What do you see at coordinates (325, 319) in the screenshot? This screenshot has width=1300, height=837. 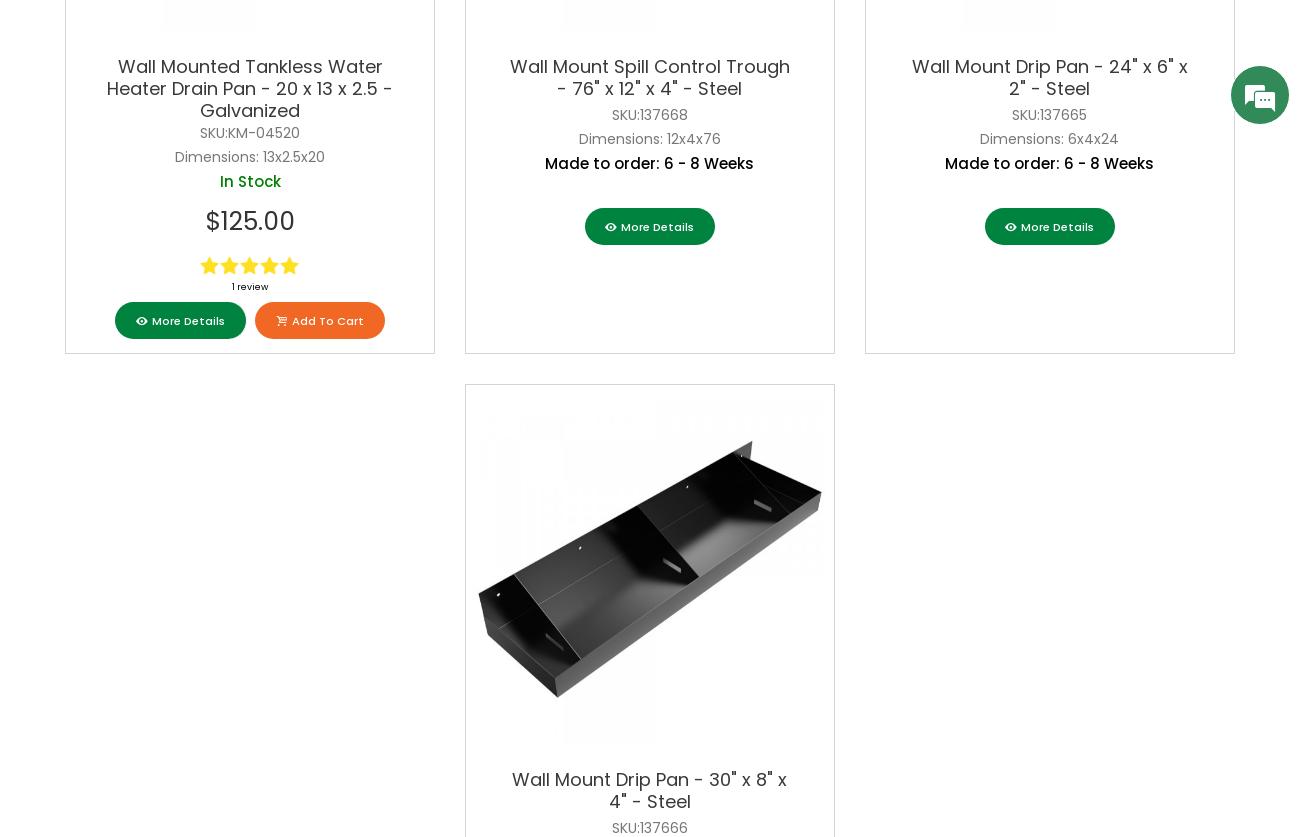 I see `'Add to cart'` at bounding box center [325, 319].